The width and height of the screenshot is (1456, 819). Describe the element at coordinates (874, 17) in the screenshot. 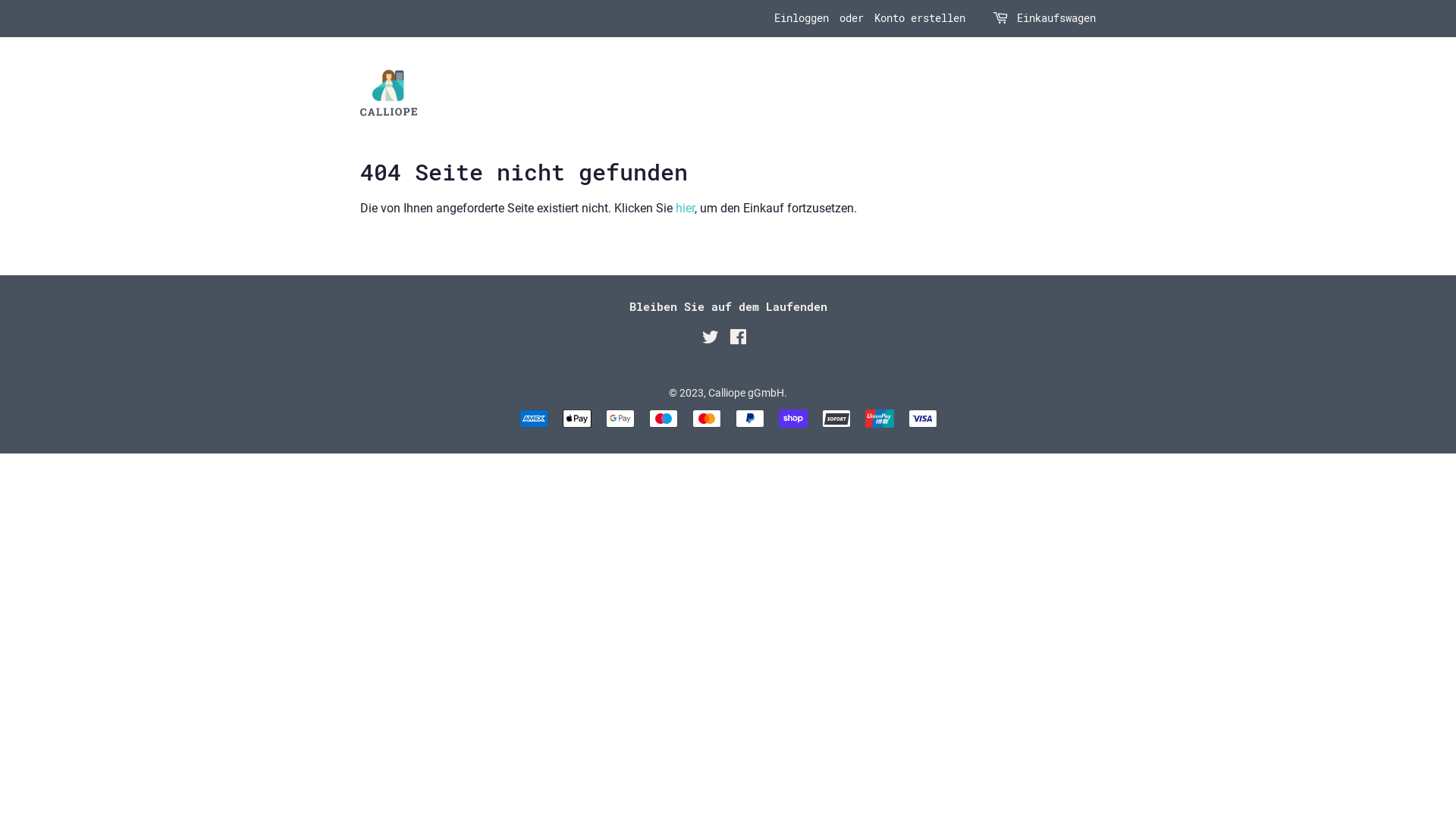

I see `'Konto erstellen'` at that location.